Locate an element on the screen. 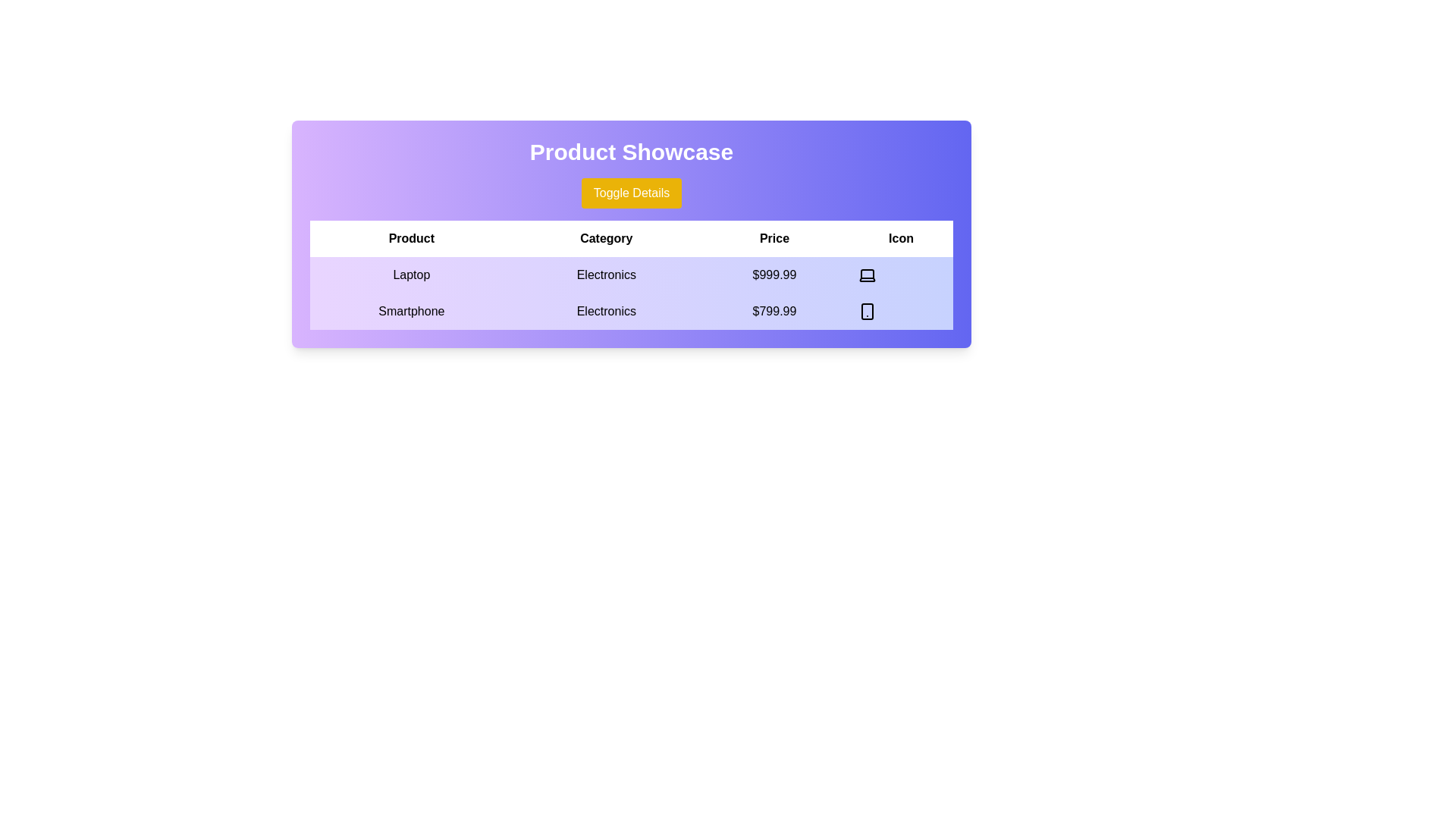  the table cell that displays product information, specifically the second cell in the first row of a two-row table located at the center of the interface is located at coordinates (632, 275).